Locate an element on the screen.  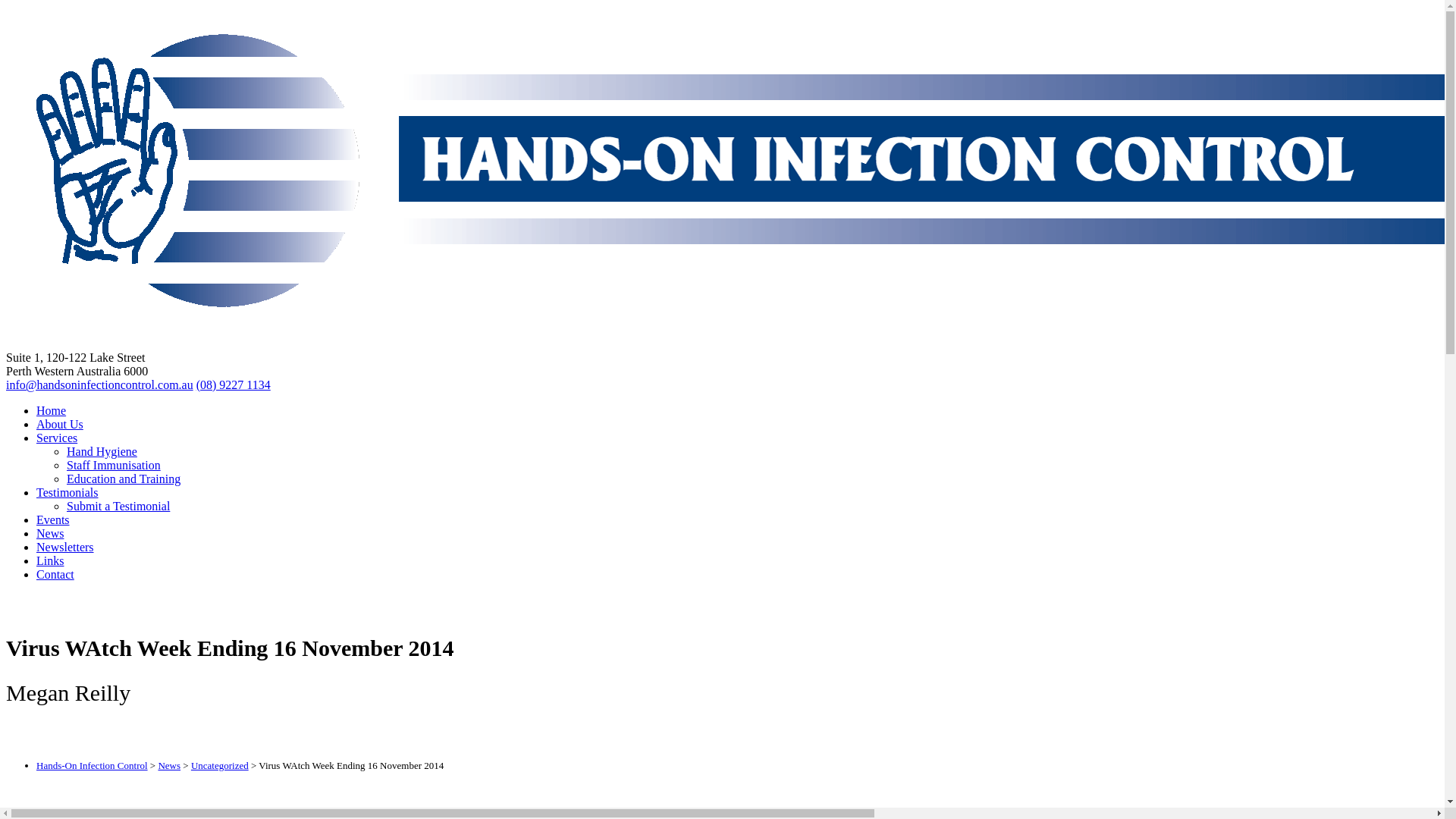
'Newsletters' is located at coordinates (64, 547).